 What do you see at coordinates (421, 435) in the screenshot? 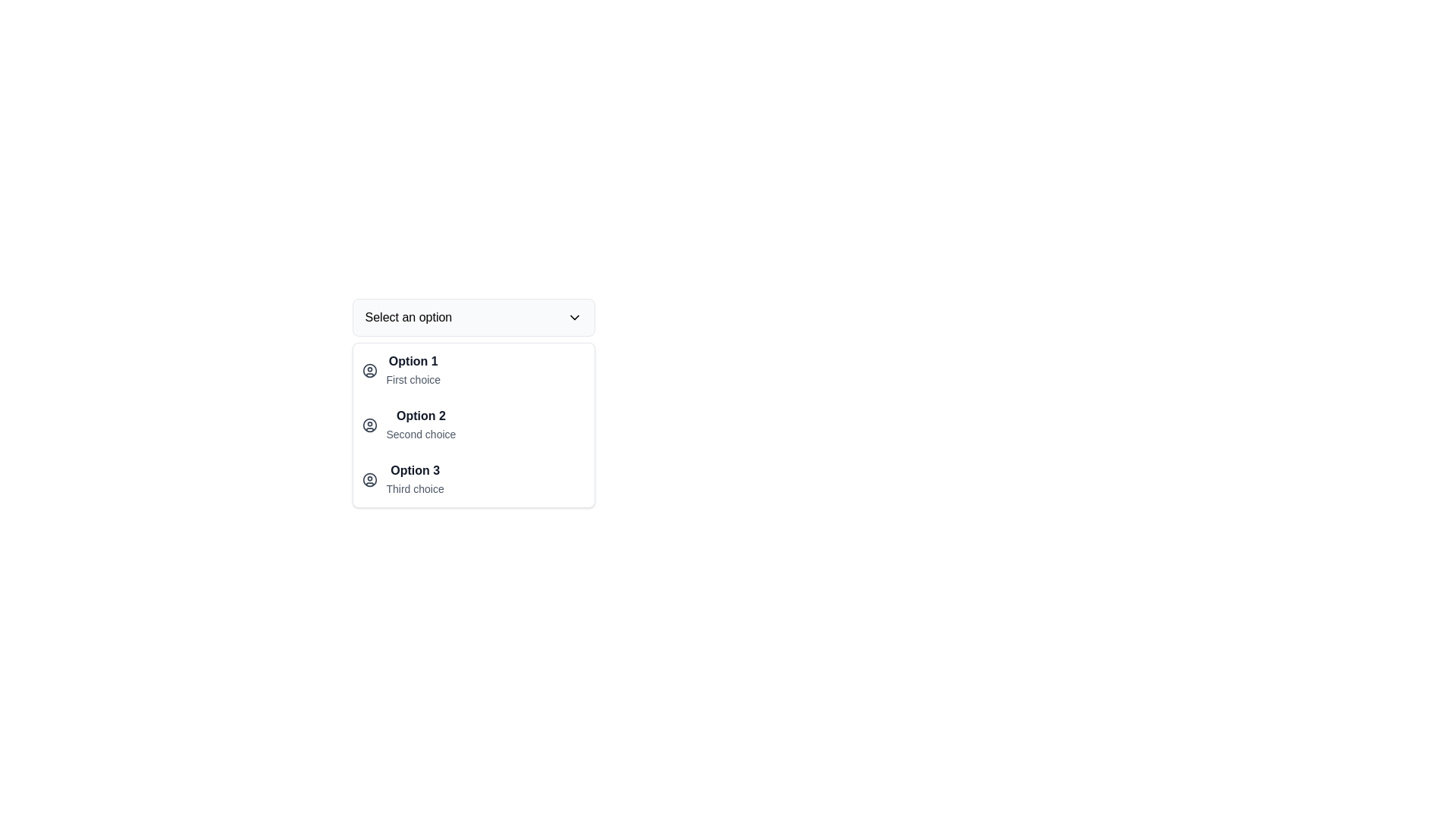
I see `the text label reading 'Second choice', which is positioned below the bold 'Option 2' label within the second section of the options list` at bounding box center [421, 435].